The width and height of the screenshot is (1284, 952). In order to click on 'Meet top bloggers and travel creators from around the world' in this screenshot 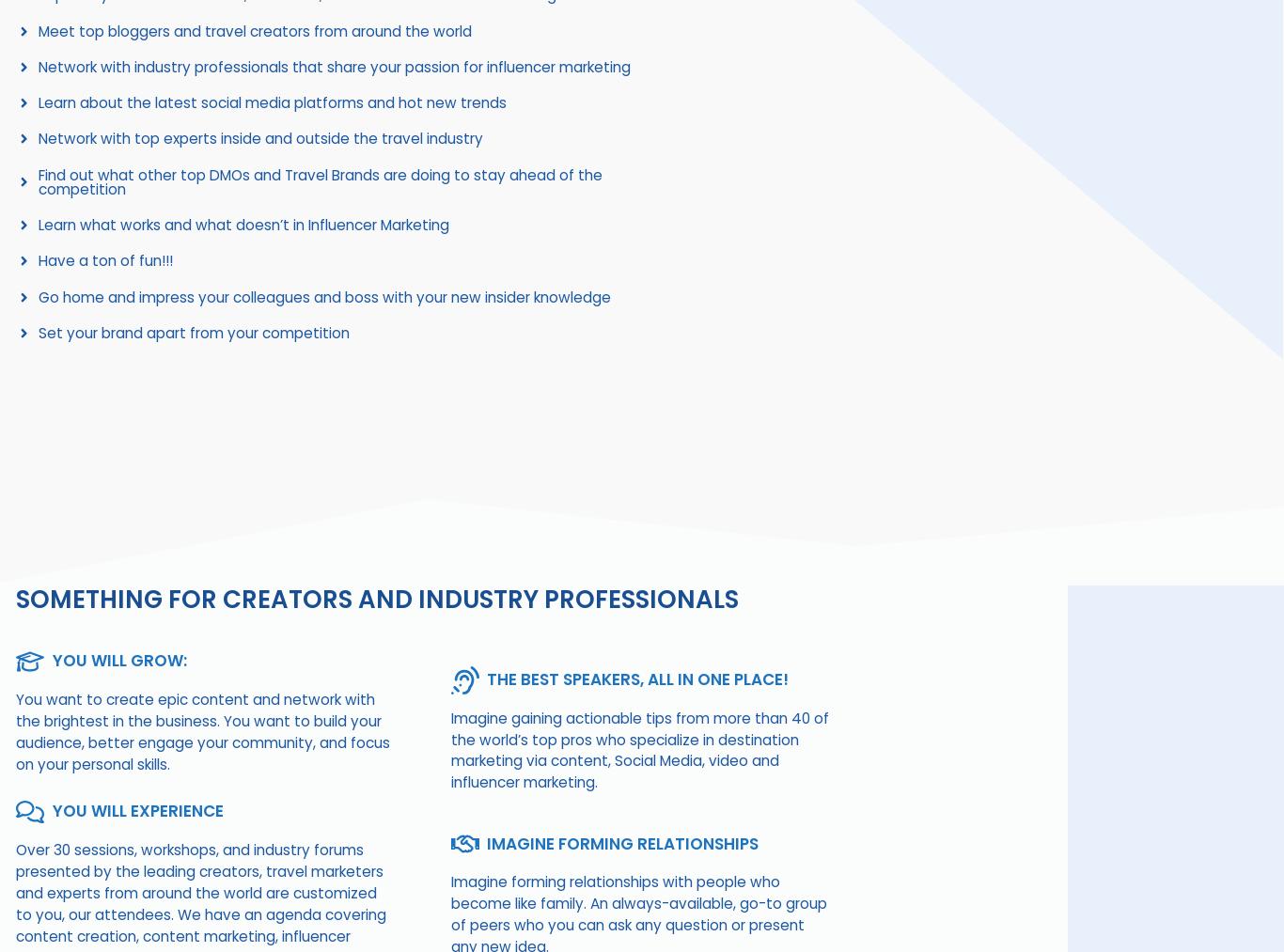, I will do `click(254, 29)`.